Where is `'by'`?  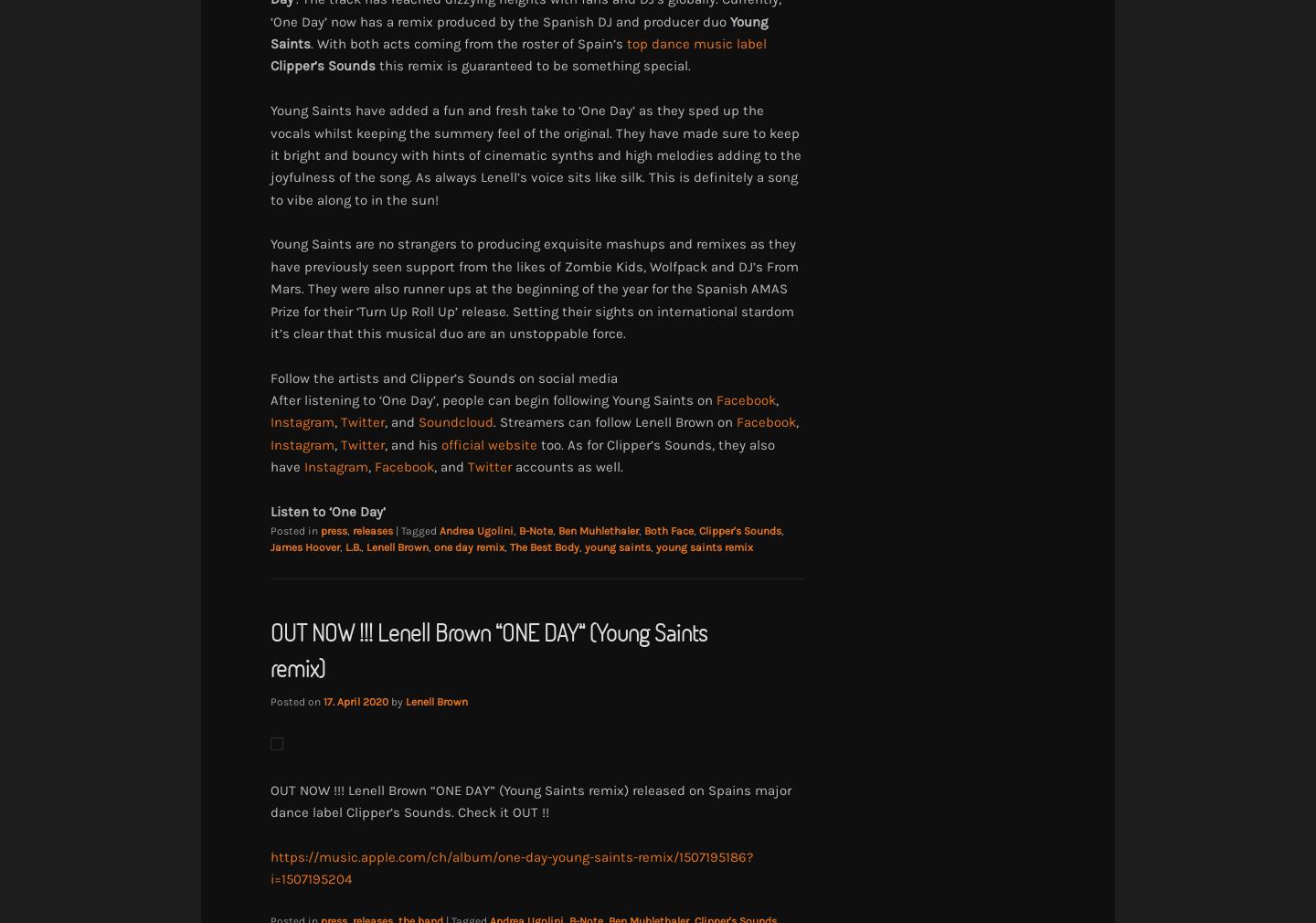
'by' is located at coordinates (398, 700).